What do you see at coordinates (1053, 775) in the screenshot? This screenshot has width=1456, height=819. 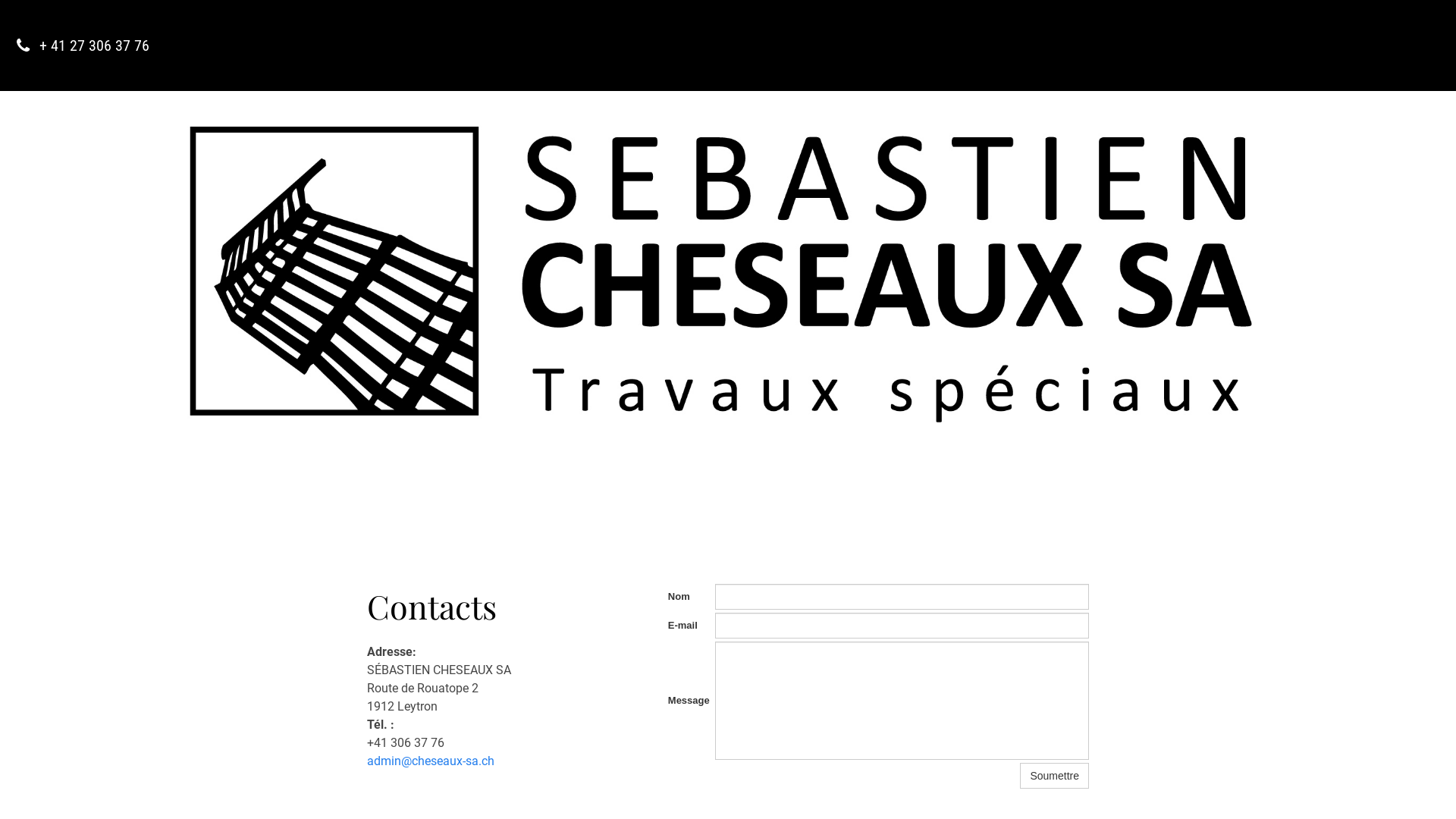 I see `'Soumettre'` at bounding box center [1053, 775].